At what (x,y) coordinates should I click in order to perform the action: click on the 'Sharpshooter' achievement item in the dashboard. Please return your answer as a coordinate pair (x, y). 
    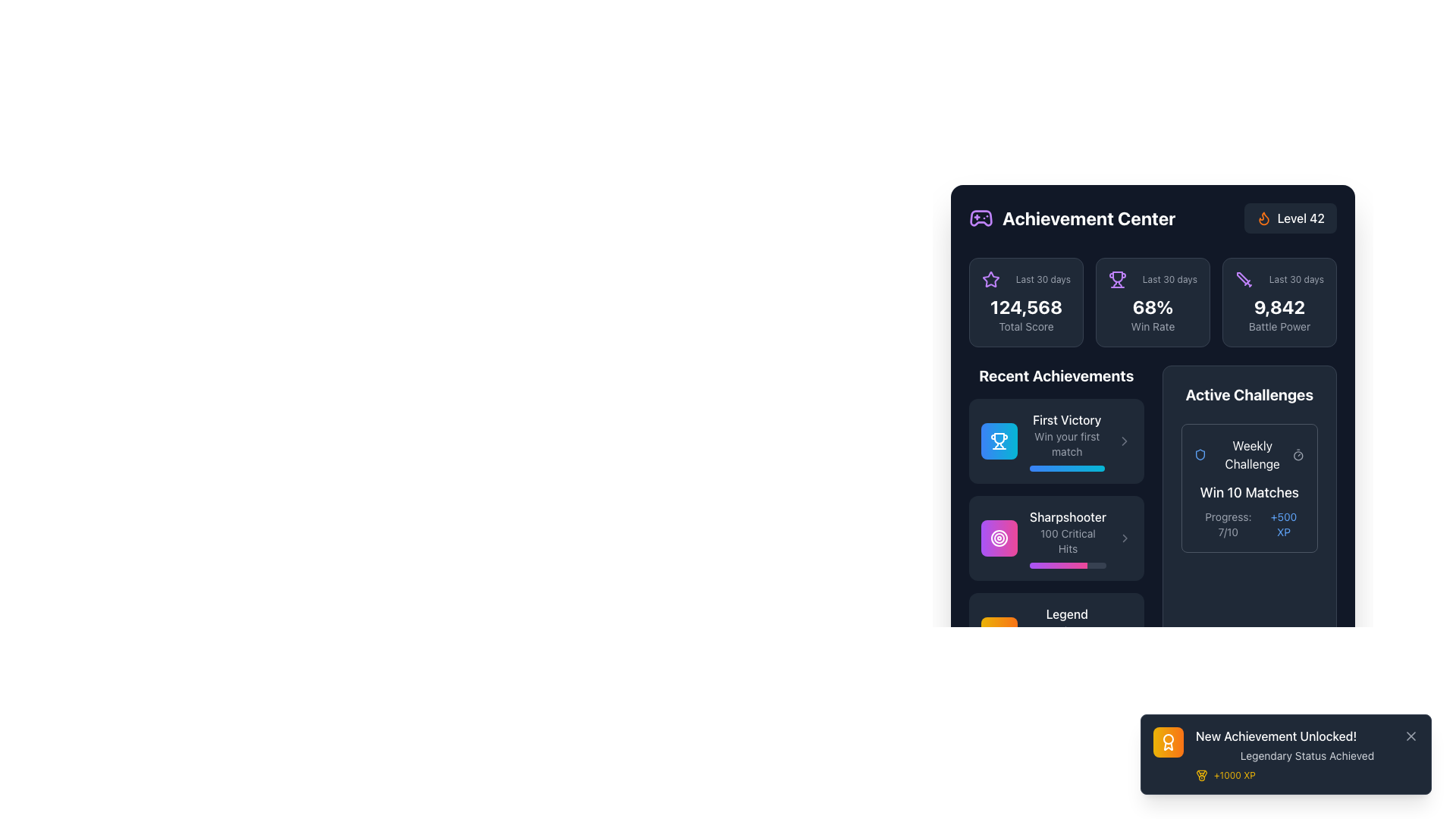
    Looking at the image, I should click on (1056, 537).